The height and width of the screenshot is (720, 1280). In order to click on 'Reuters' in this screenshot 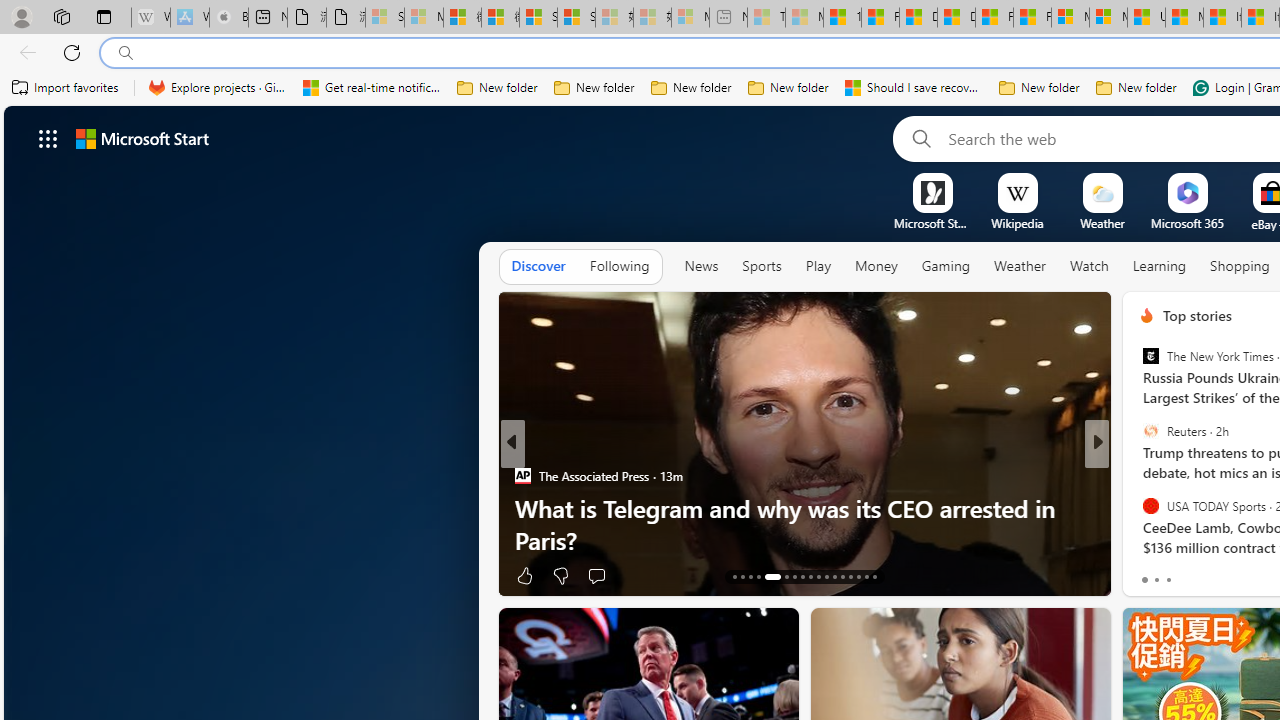, I will do `click(1150, 430)`.